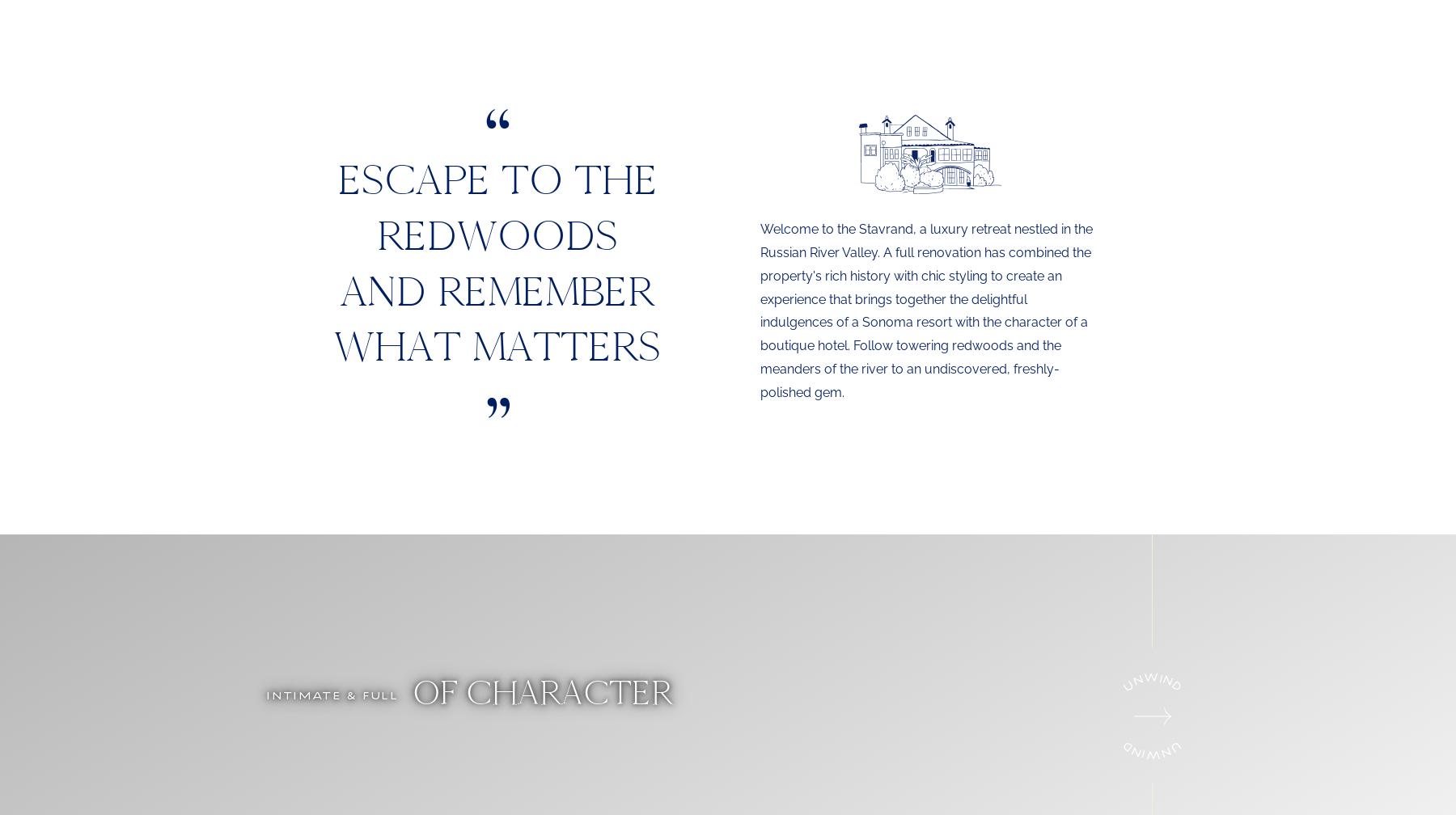  I want to click on 'and remember what matters', so click(333, 319).